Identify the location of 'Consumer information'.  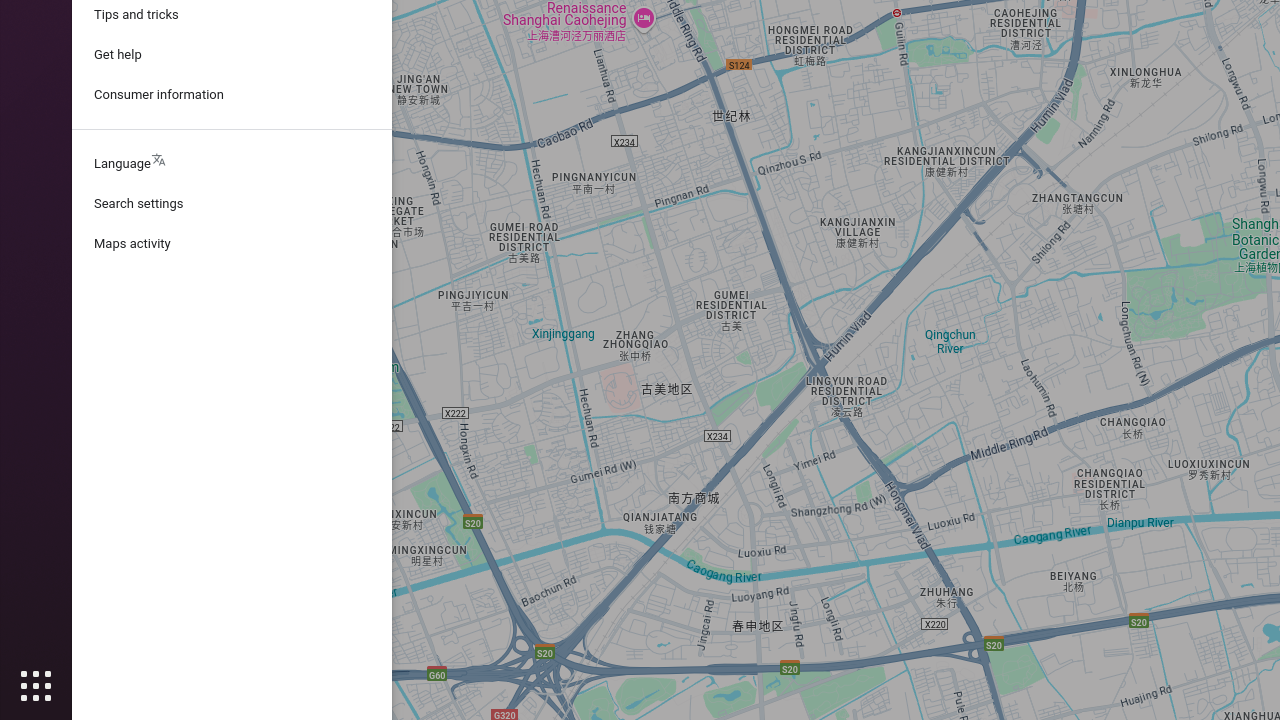
(231, 94).